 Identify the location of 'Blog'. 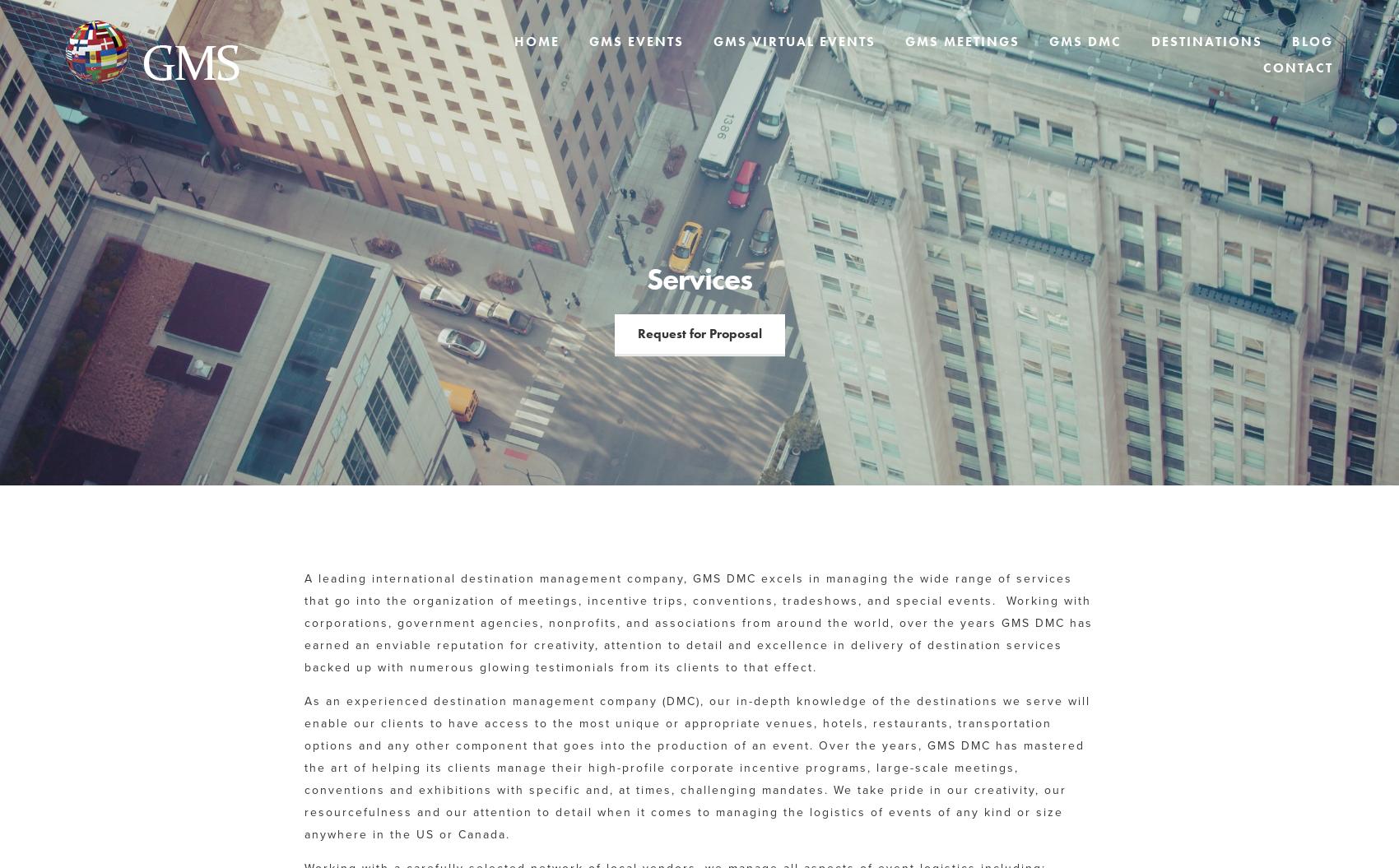
(1312, 41).